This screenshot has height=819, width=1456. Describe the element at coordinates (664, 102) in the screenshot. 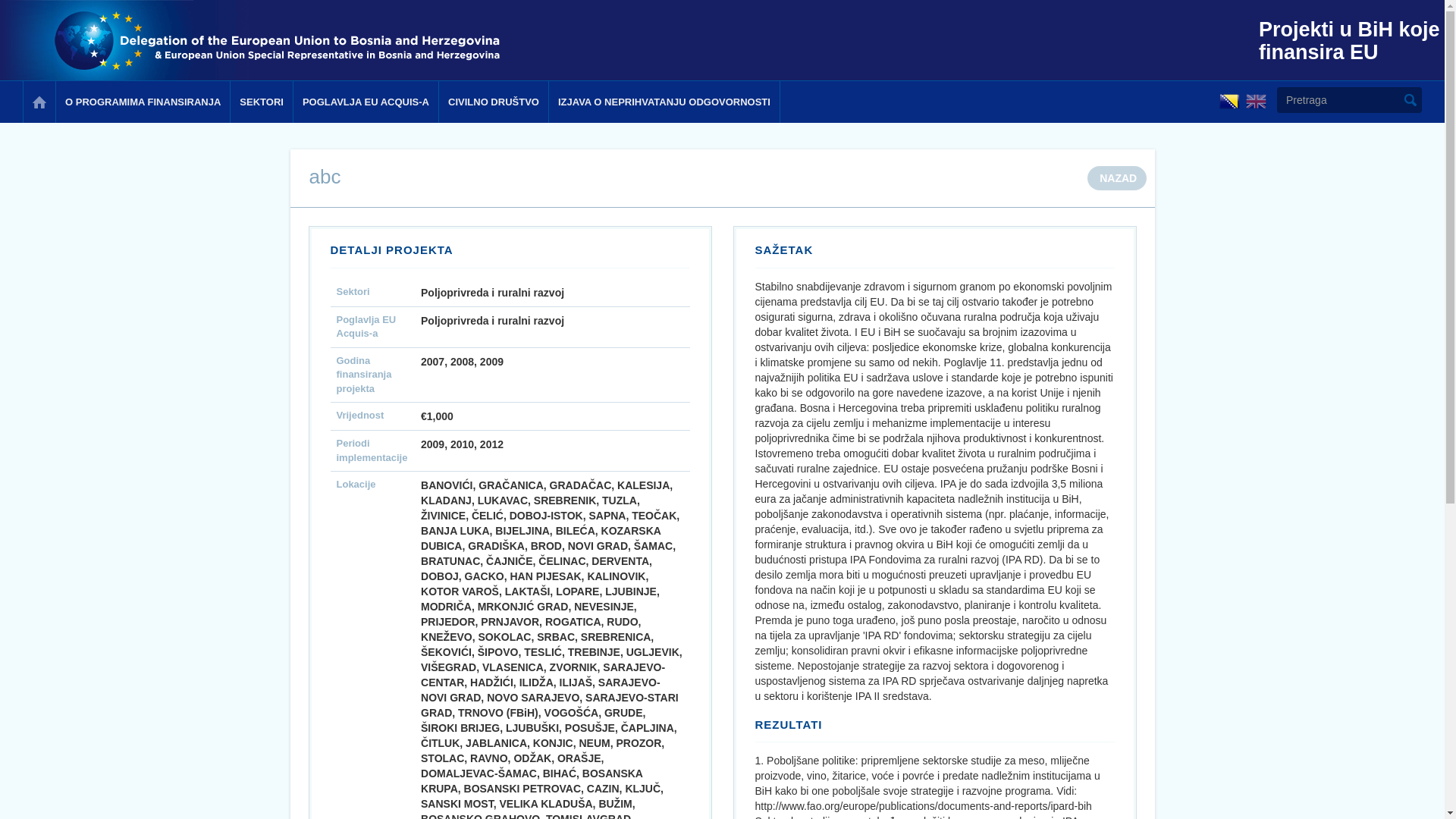

I see `'IZJAVA O NEPRIHVATANJU ODGOVORNOSTI'` at that location.